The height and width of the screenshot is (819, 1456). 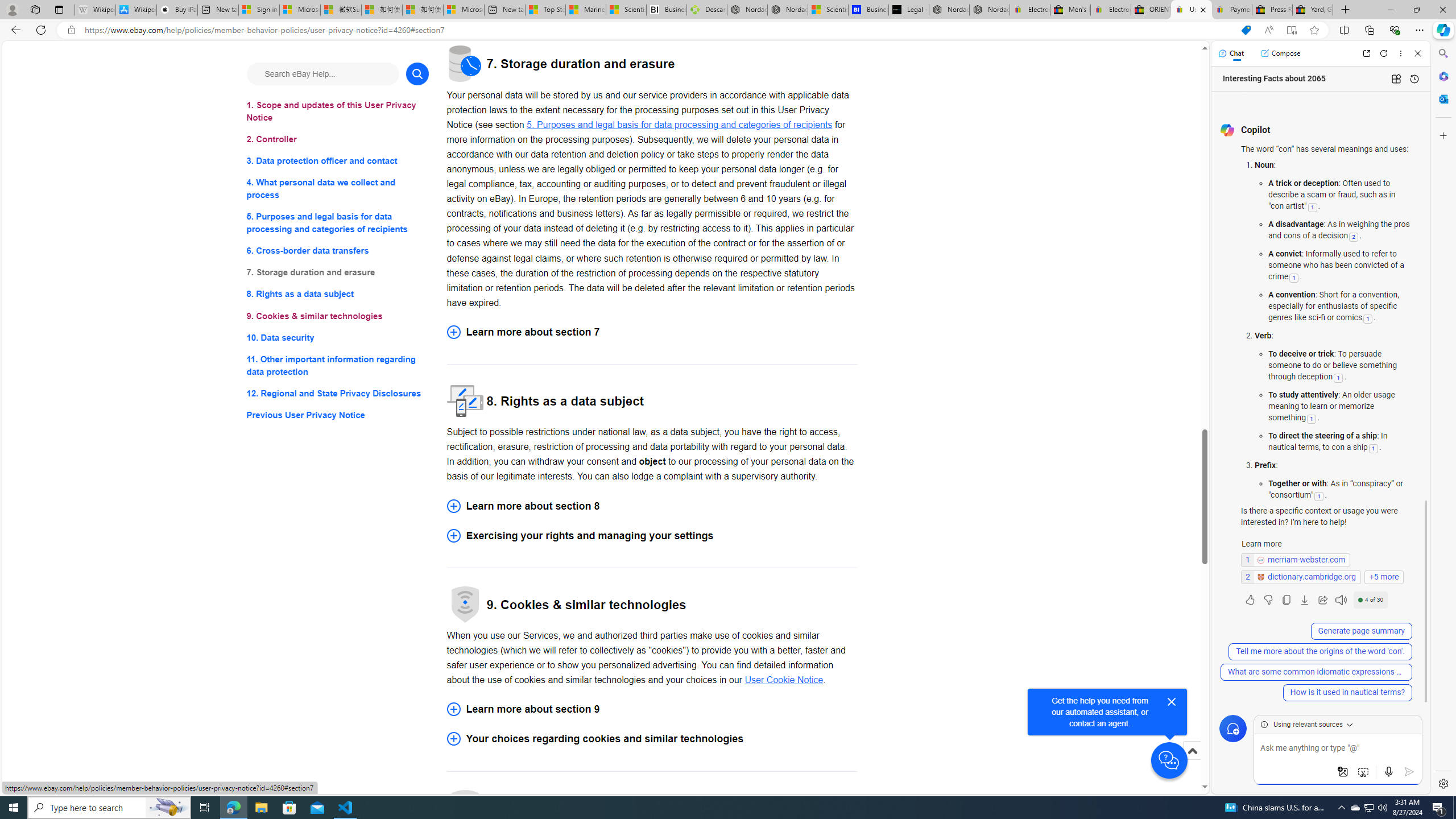 I want to click on 'Learn more about section 9', so click(x=651, y=709).